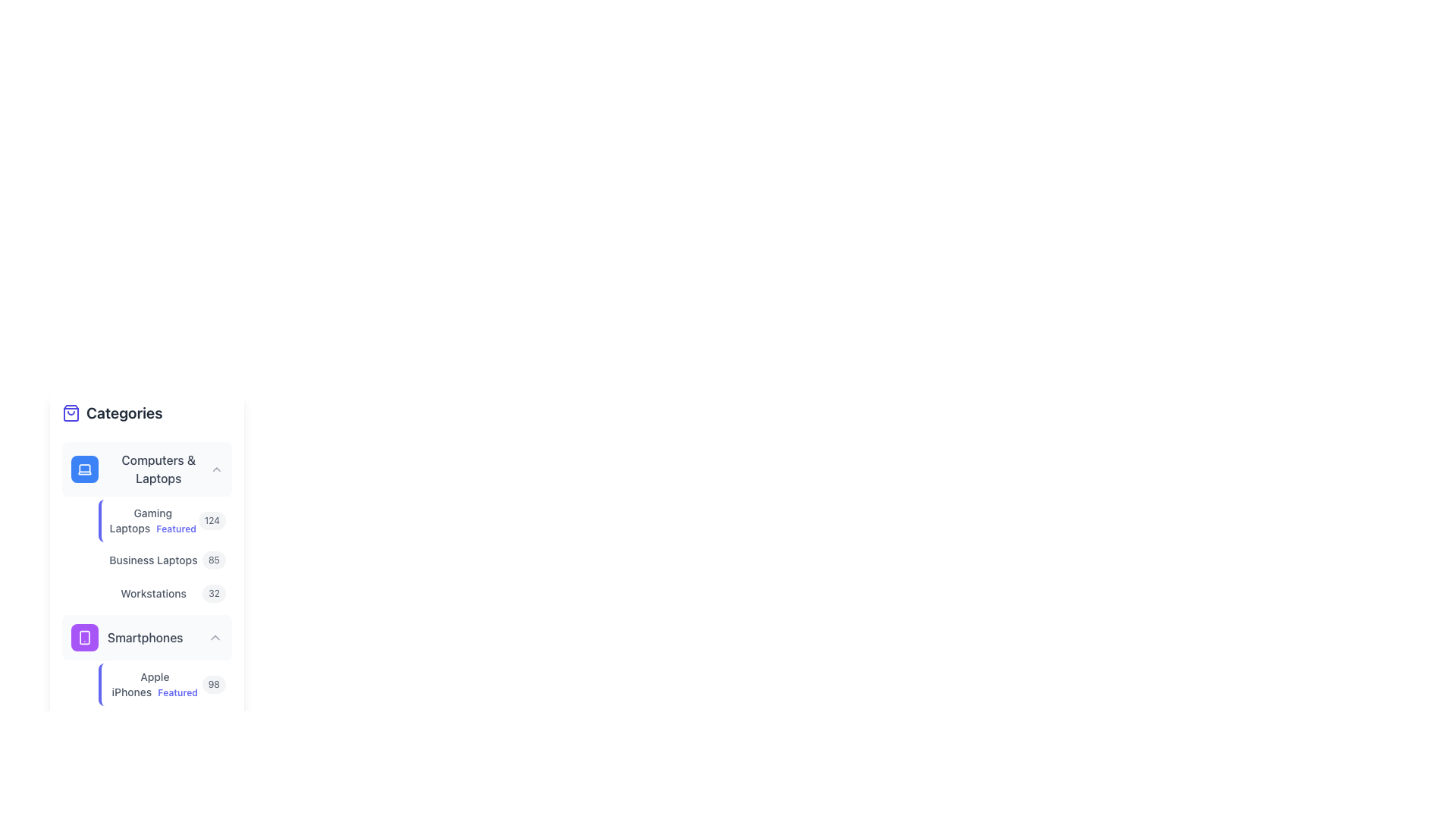  What do you see at coordinates (165, 560) in the screenshot?
I see `the count on the badge of the second clickable list item labeled 'Business Laptops' in the 'Computers & Laptops' category` at bounding box center [165, 560].